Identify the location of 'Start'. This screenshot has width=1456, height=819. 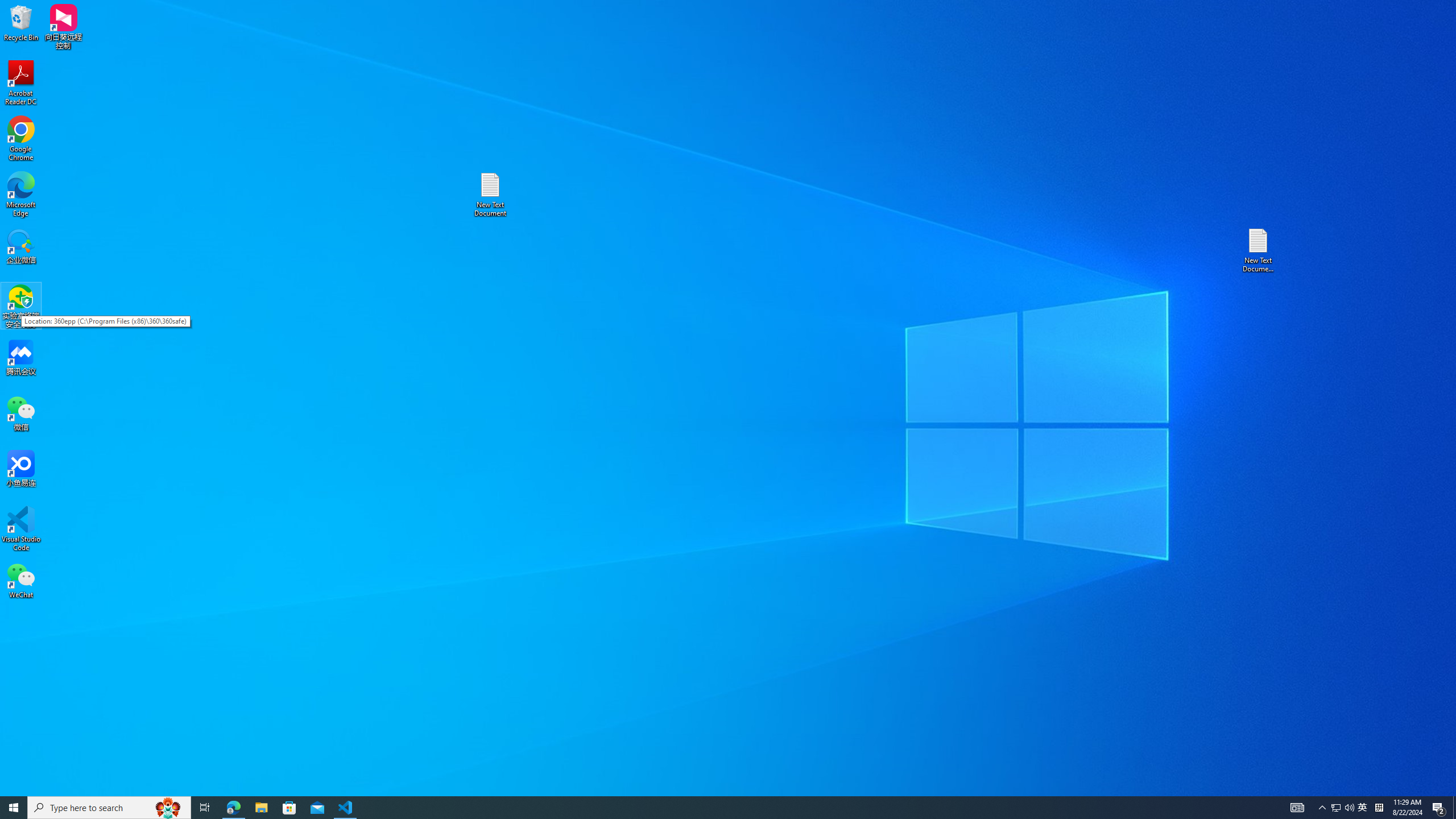
(14, 806).